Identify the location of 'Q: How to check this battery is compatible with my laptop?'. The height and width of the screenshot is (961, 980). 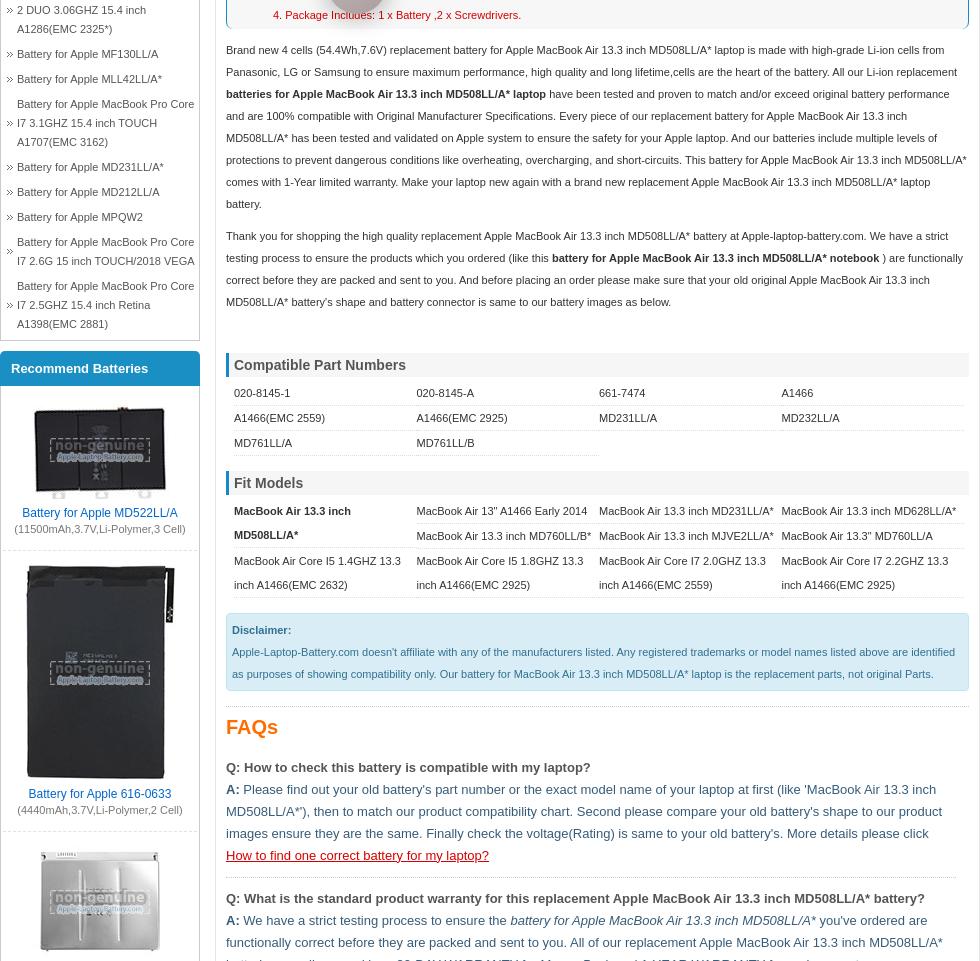
(407, 765).